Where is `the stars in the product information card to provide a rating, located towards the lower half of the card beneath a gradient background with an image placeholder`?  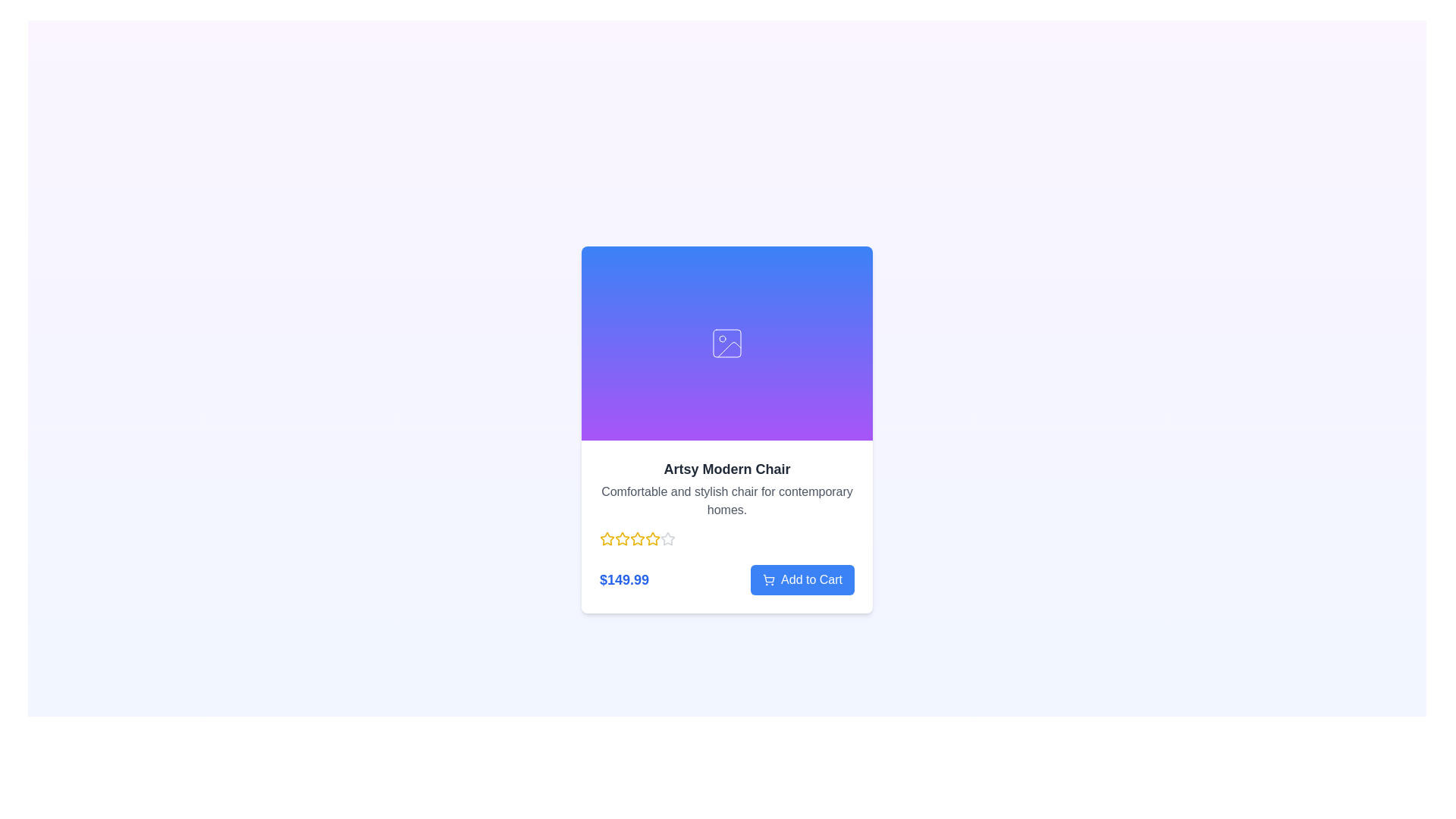
the stars in the product information card to provide a rating, located towards the lower half of the card beneath a gradient background with an image placeholder is located at coordinates (726, 526).